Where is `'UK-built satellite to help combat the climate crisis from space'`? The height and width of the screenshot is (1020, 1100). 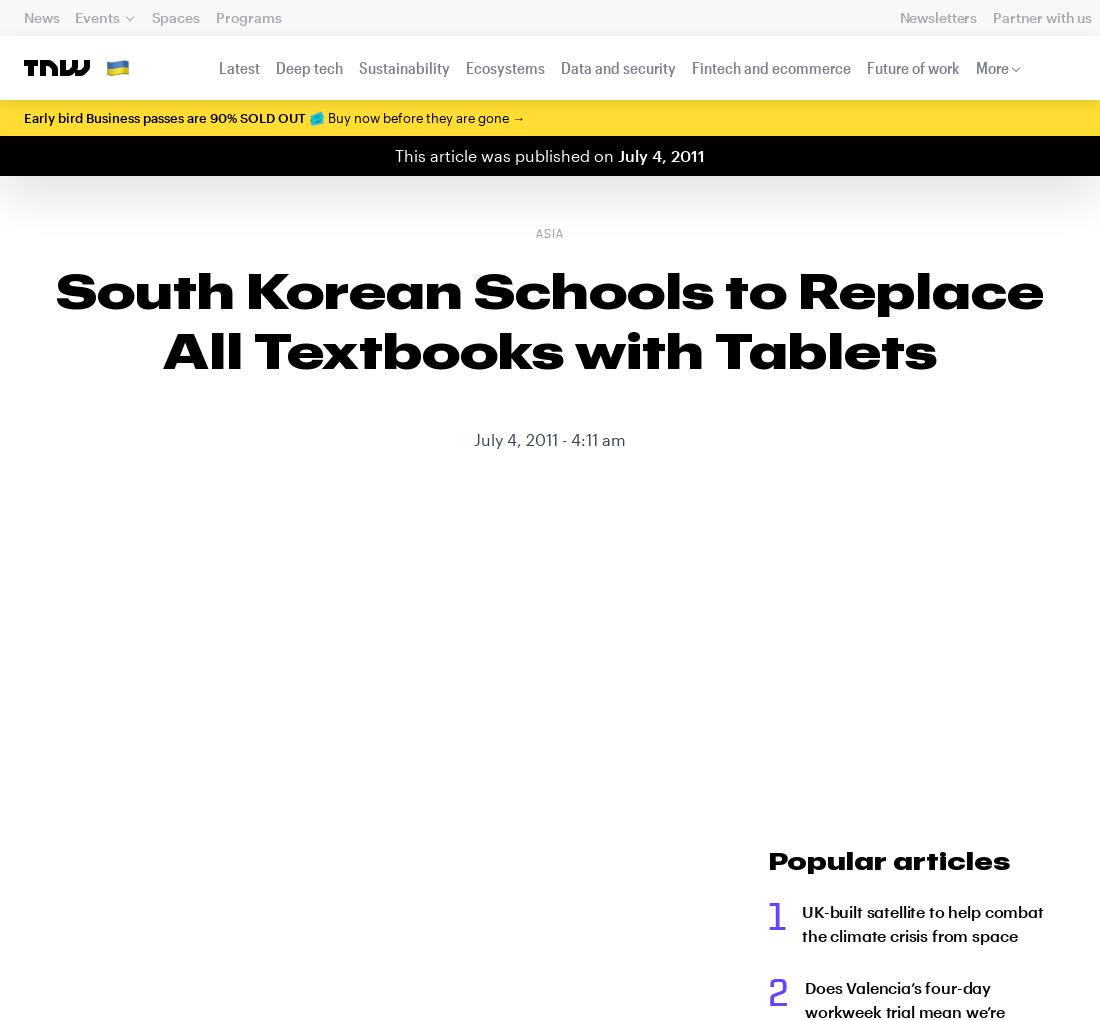 'UK-built satellite to help combat the climate crisis from space' is located at coordinates (802, 923).